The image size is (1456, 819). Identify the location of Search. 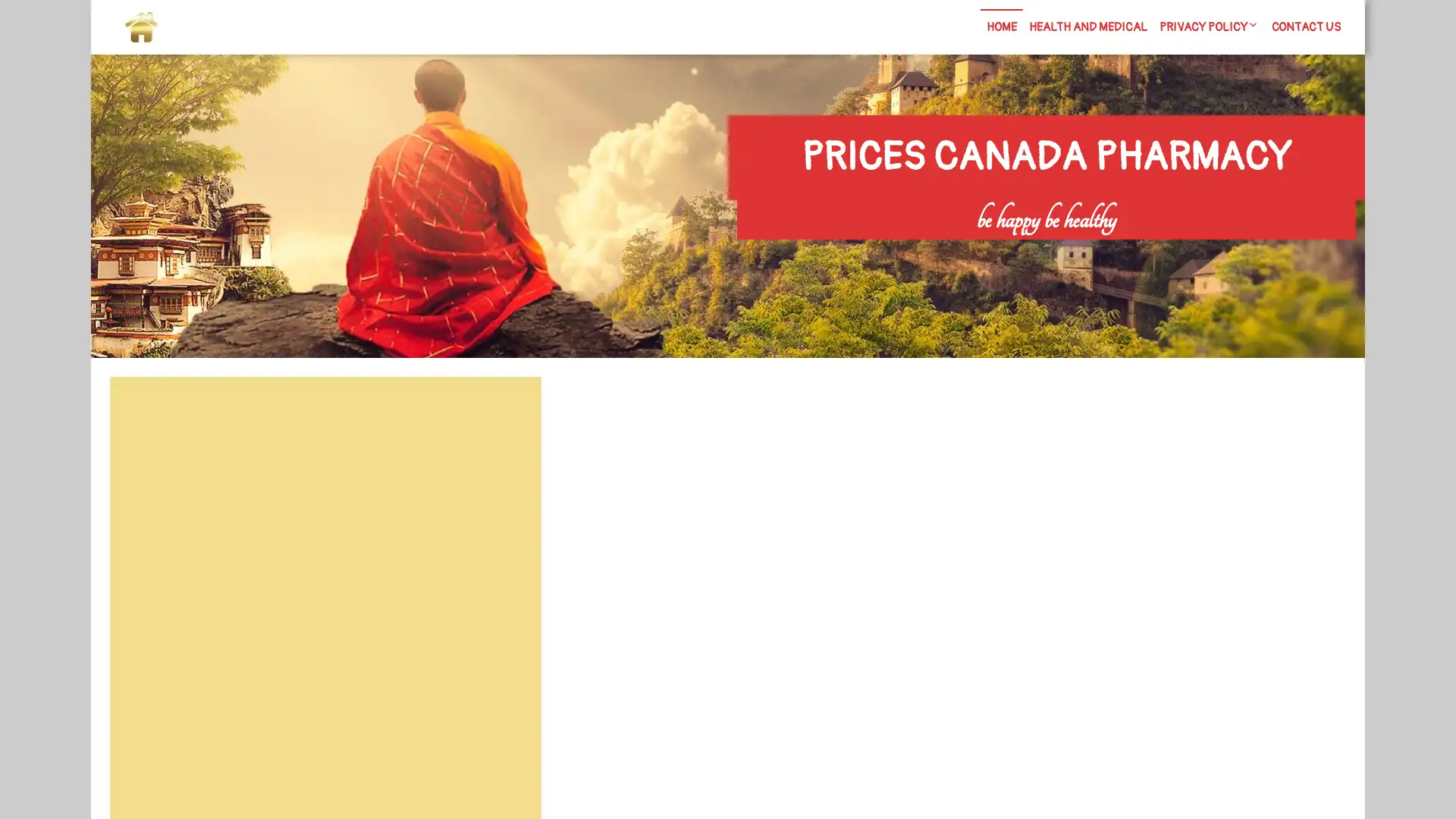
(506, 413).